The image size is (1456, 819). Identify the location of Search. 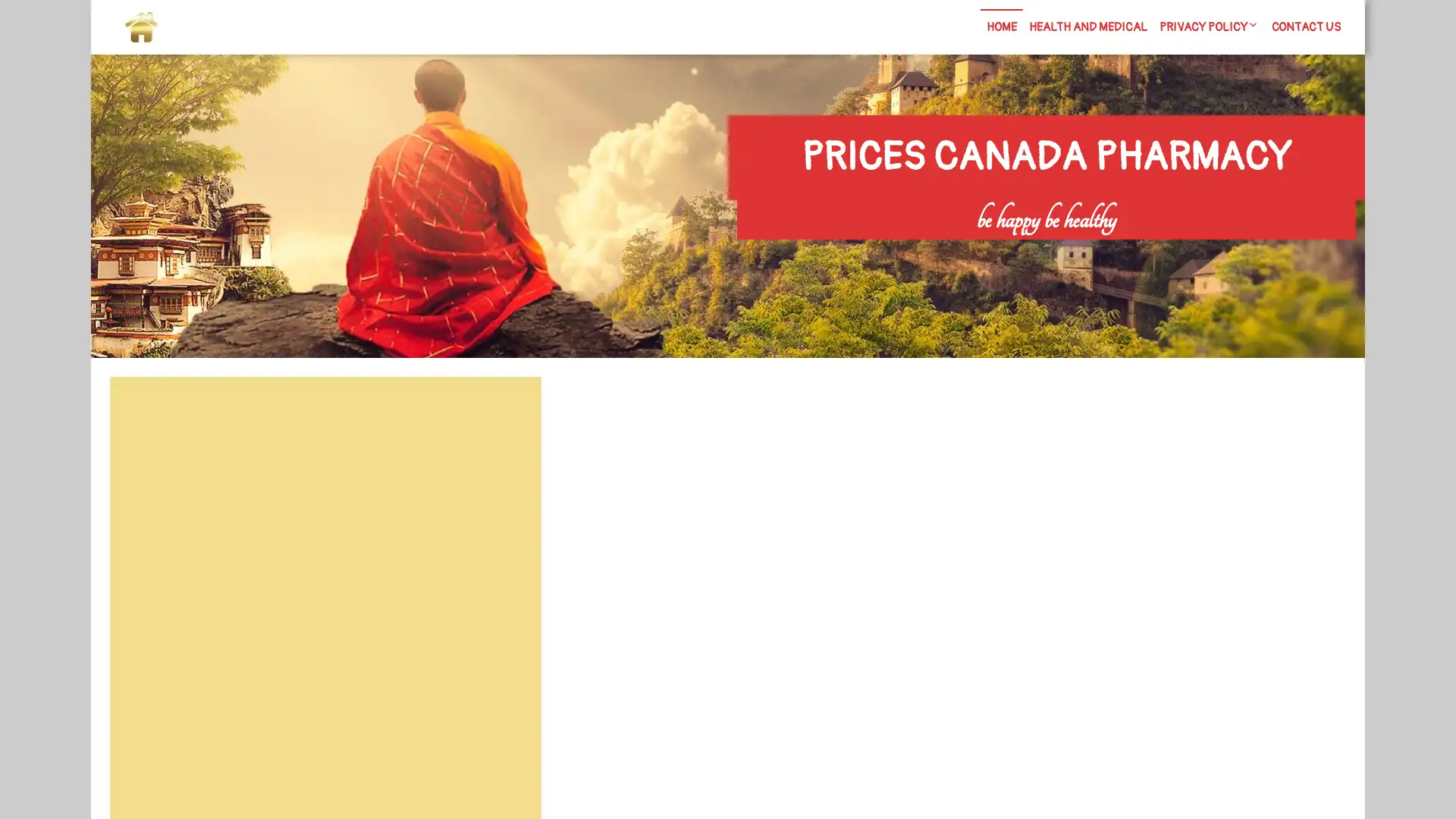
(506, 413).